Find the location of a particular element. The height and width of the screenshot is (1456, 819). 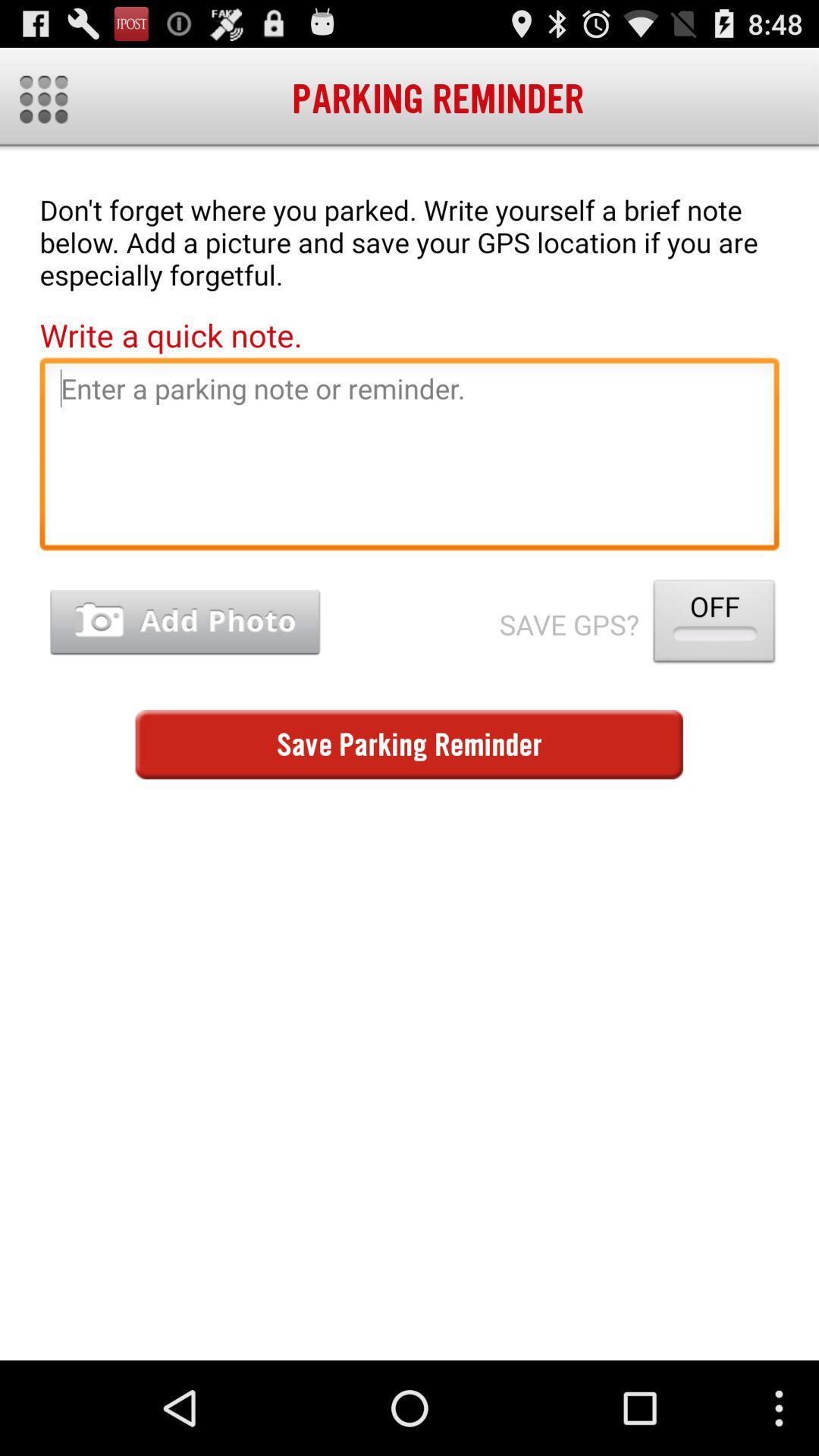

button above the save parking reminder is located at coordinates (184, 623).